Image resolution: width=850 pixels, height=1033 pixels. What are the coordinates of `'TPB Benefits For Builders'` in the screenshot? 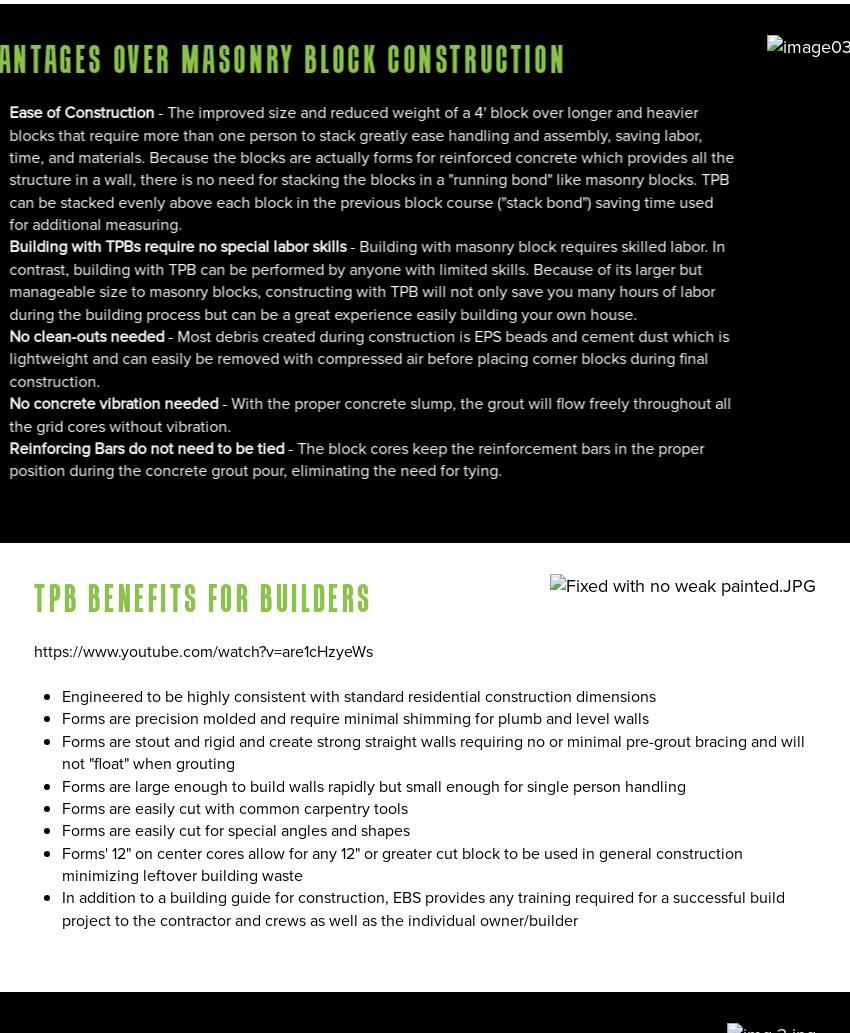 It's located at (202, 595).